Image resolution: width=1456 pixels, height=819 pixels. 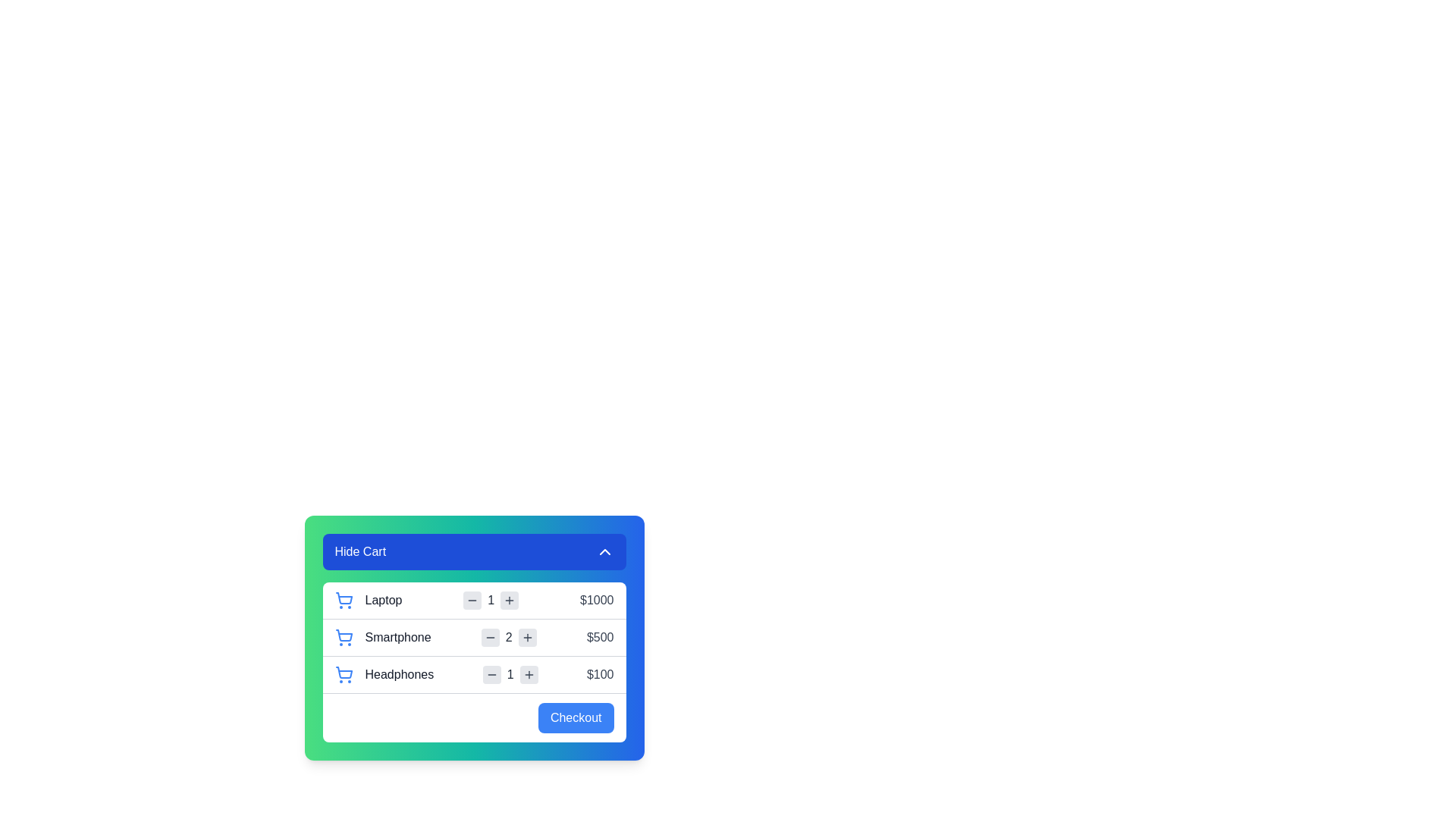 I want to click on the shopping cart icon associated with the text 'Smartphone' to interact with it, so click(x=343, y=637).